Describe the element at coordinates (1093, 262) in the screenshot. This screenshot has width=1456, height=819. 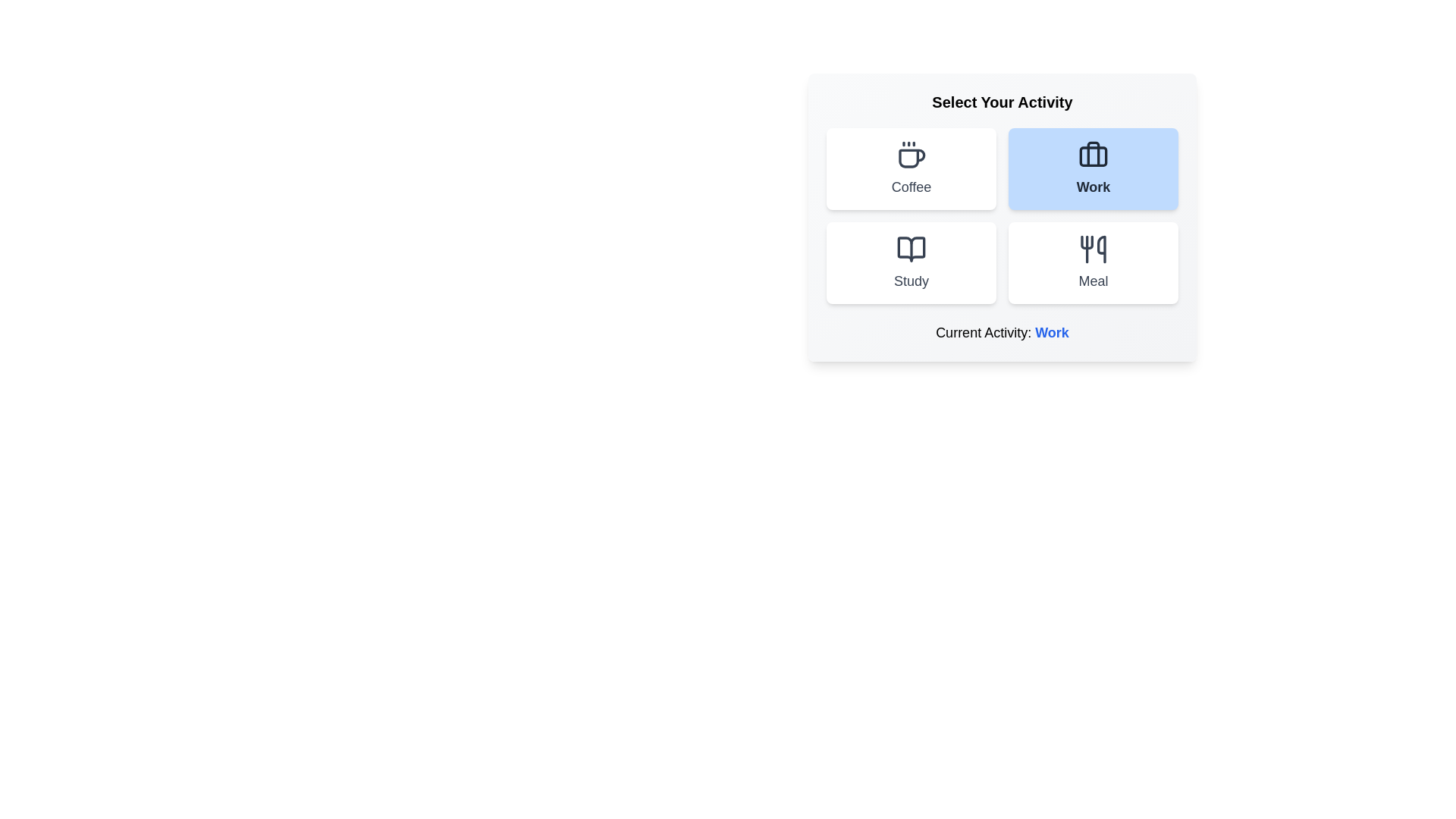
I see `the activity button labeled Meal` at that location.